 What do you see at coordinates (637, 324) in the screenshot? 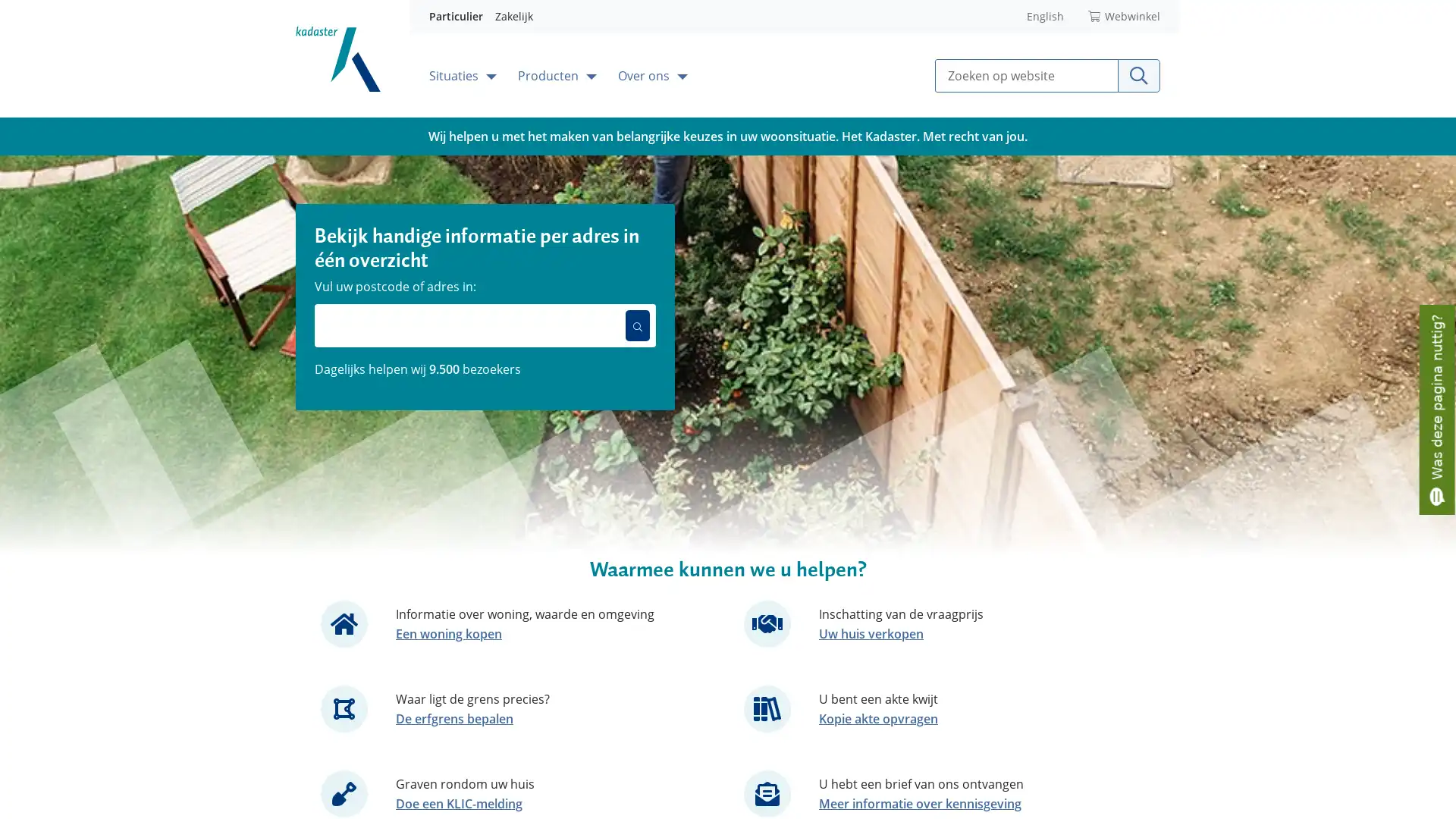
I see `Zoeken` at bounding box center [637, 324].